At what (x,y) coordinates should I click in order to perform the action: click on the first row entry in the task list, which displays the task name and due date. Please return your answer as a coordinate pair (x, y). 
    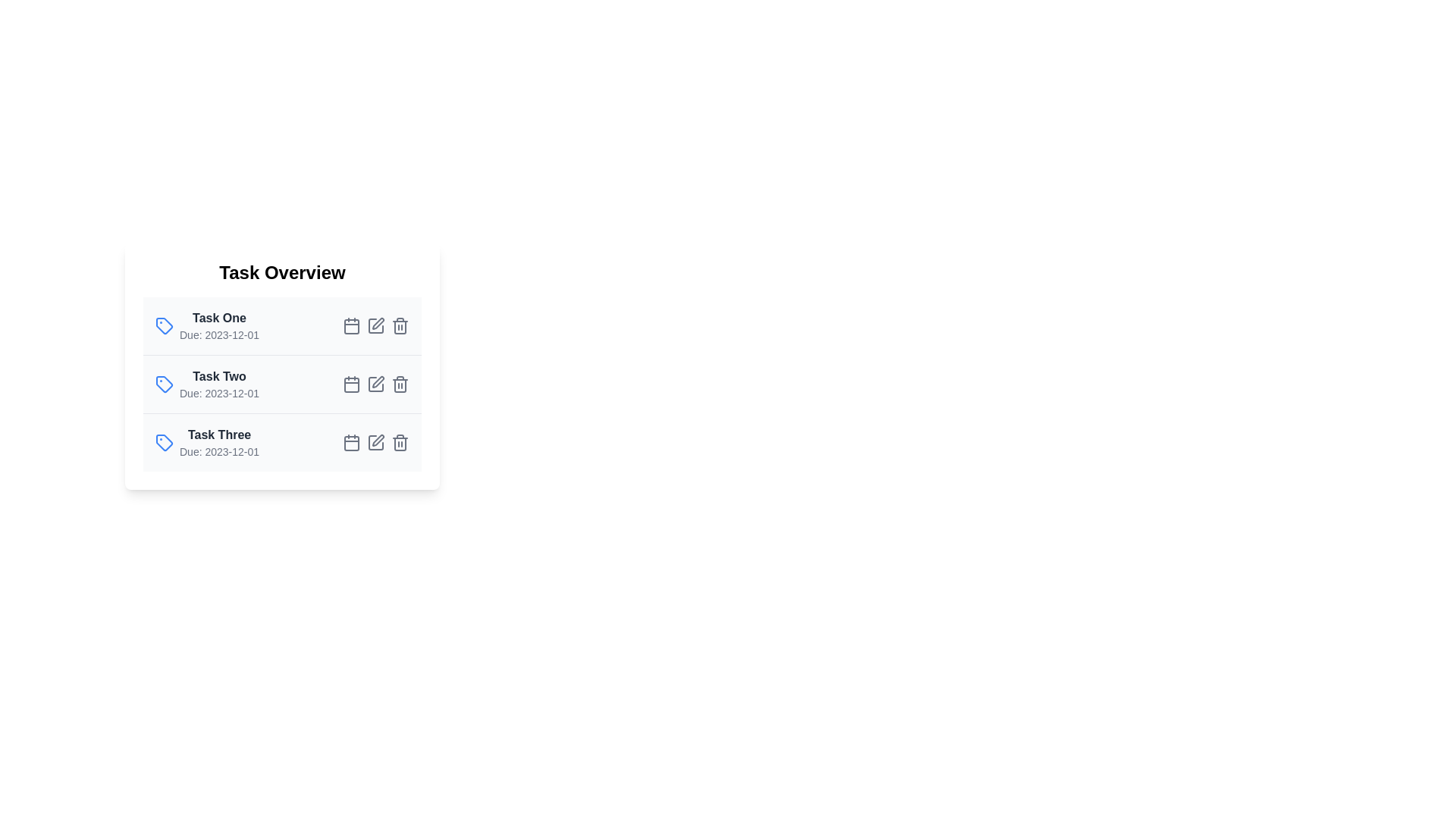
    Looking at the image, I should click on (282, 325).